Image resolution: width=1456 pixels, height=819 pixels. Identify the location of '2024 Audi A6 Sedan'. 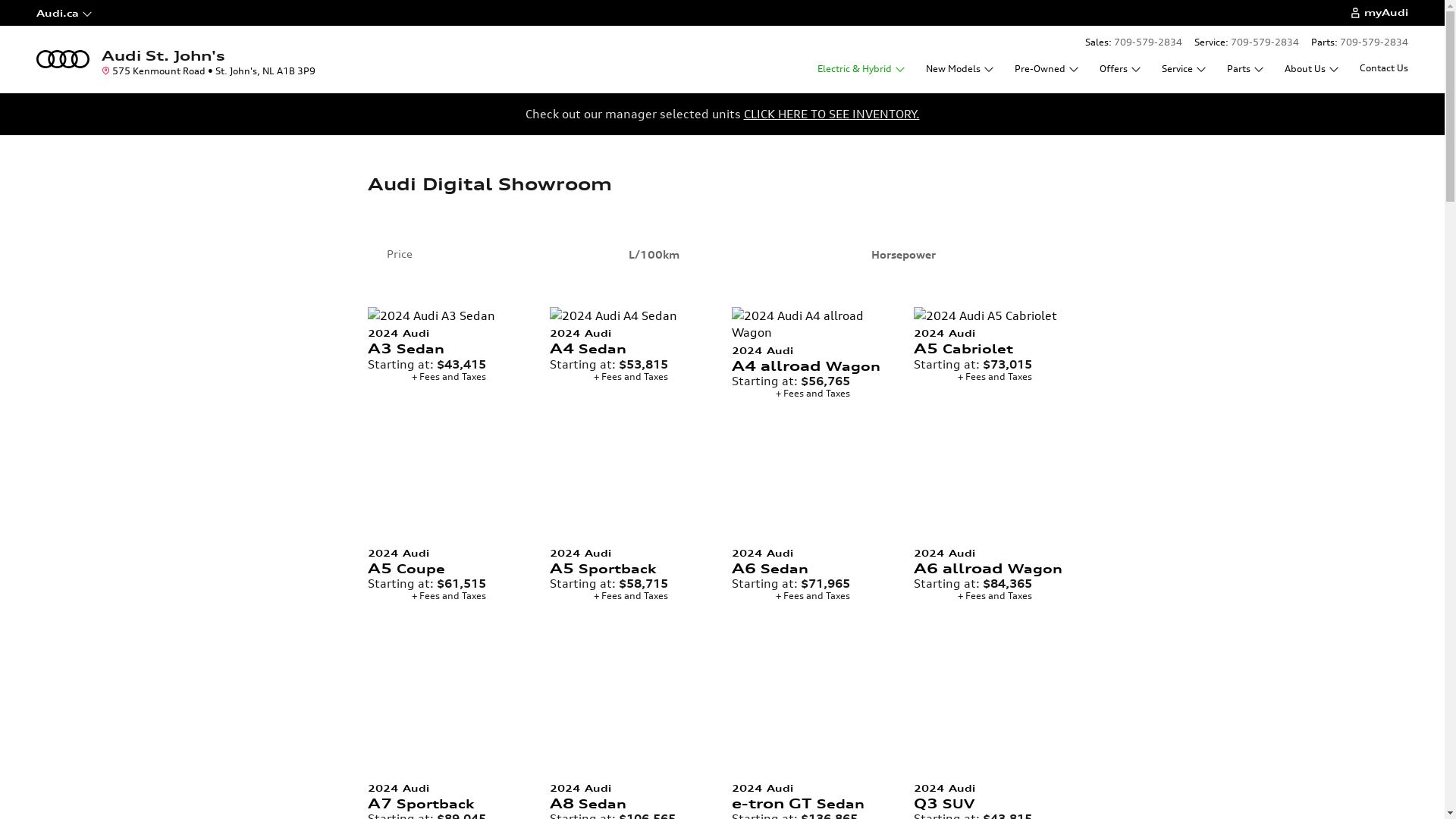
(805, 559).